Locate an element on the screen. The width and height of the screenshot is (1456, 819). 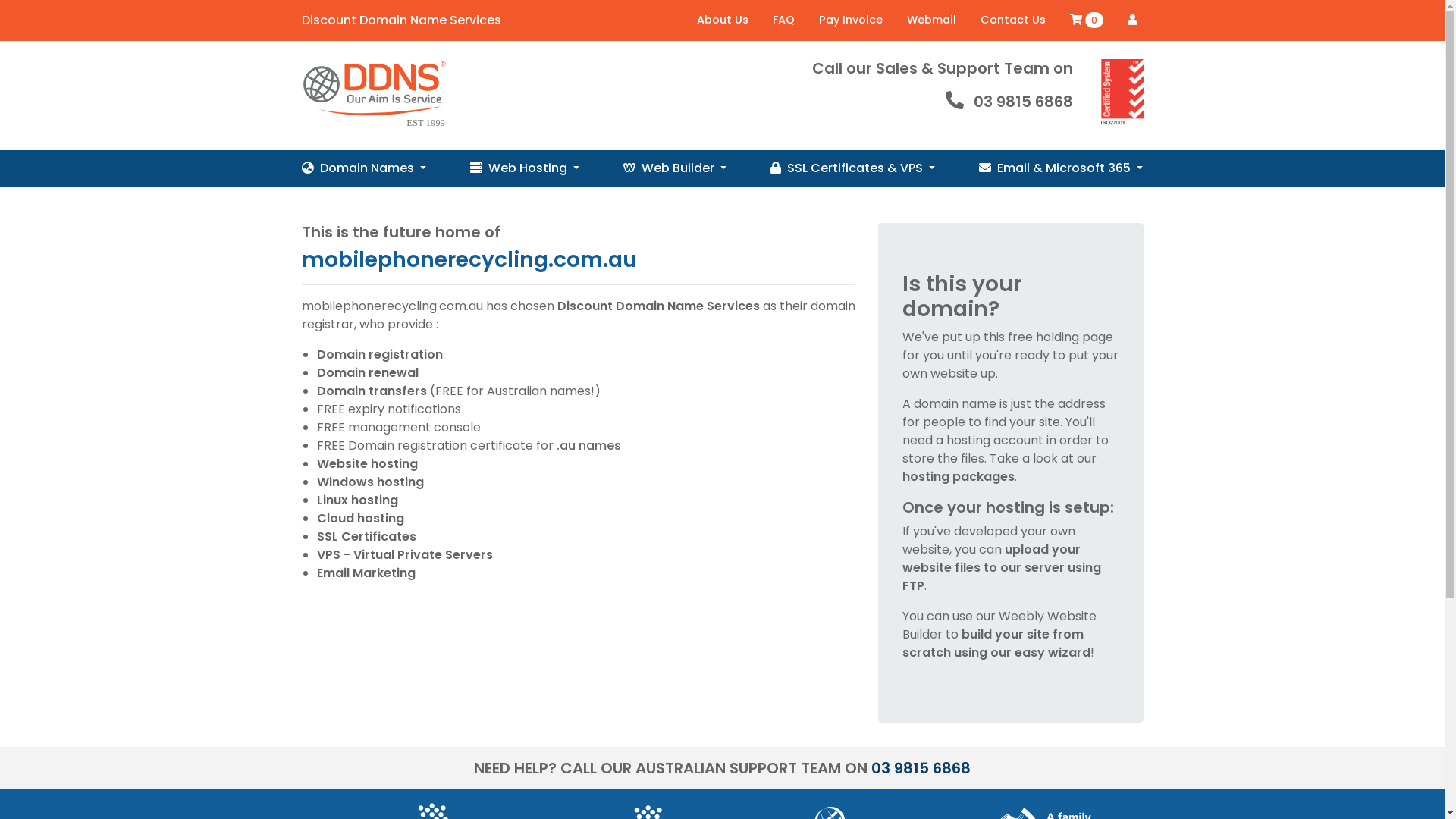
'Domain Names' is located at coordinates (364, 168).